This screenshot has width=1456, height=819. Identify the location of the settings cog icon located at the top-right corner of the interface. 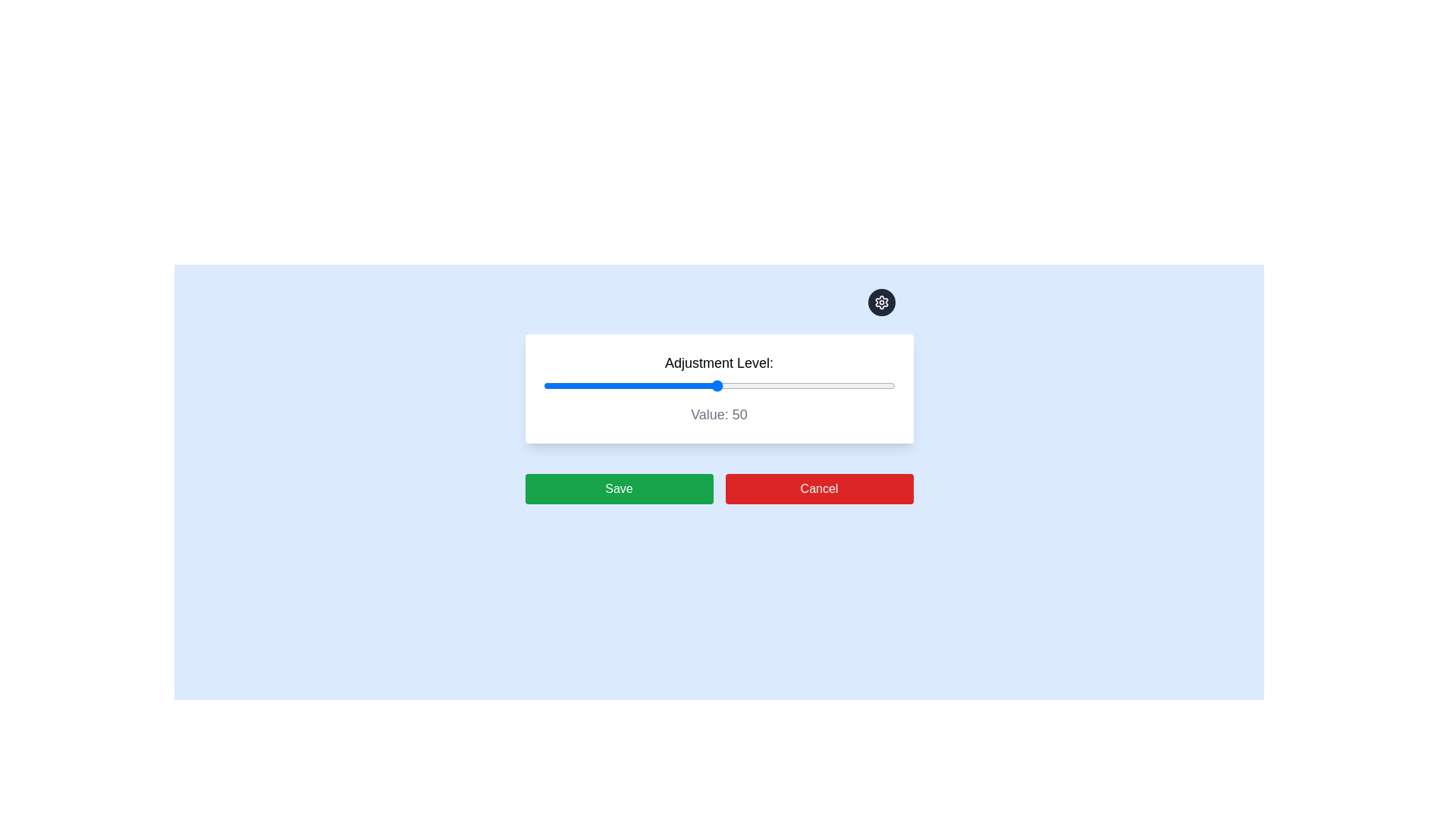
(881, 302).